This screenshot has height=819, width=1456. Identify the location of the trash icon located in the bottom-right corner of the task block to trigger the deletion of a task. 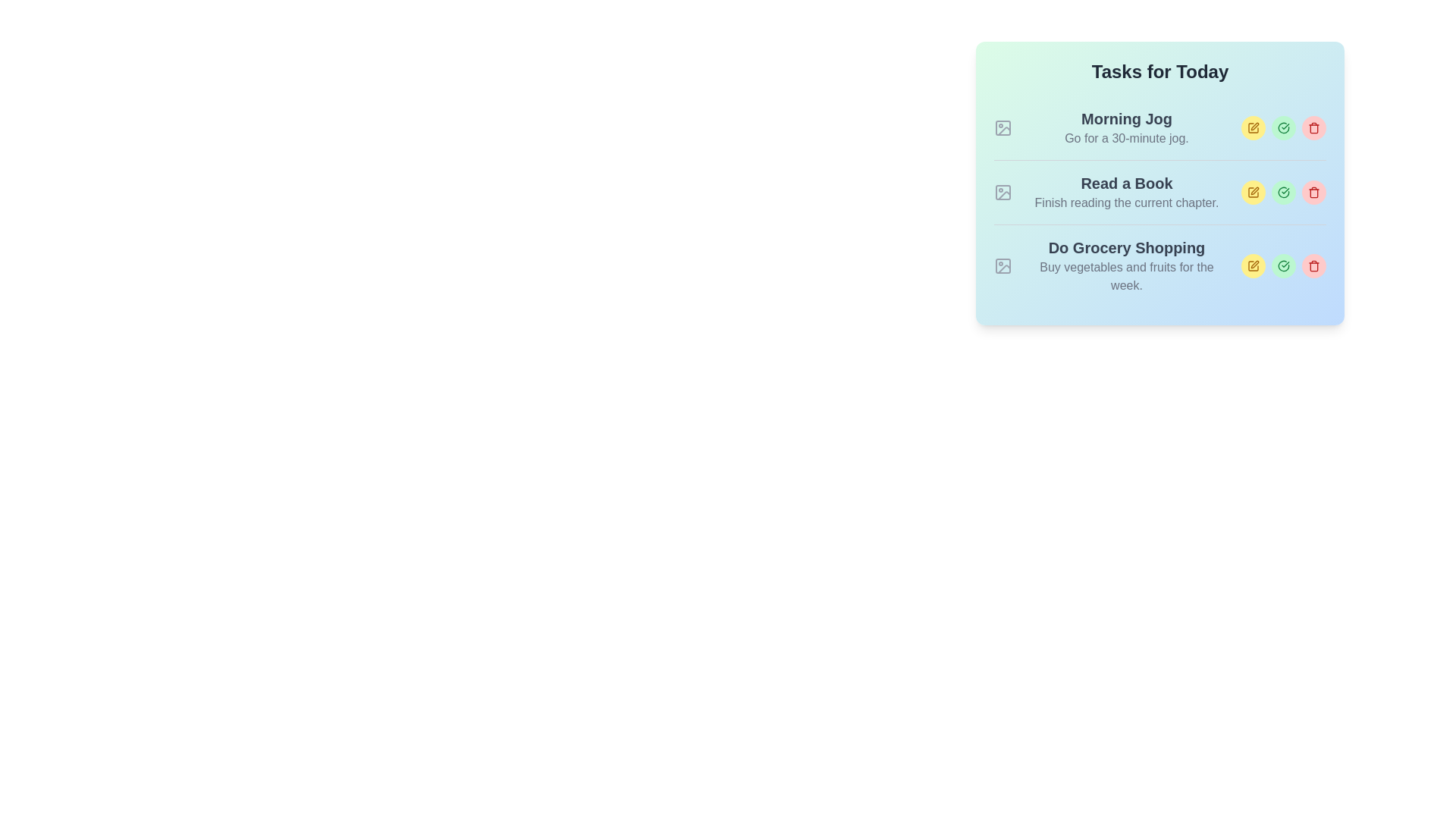
(1313, 265).